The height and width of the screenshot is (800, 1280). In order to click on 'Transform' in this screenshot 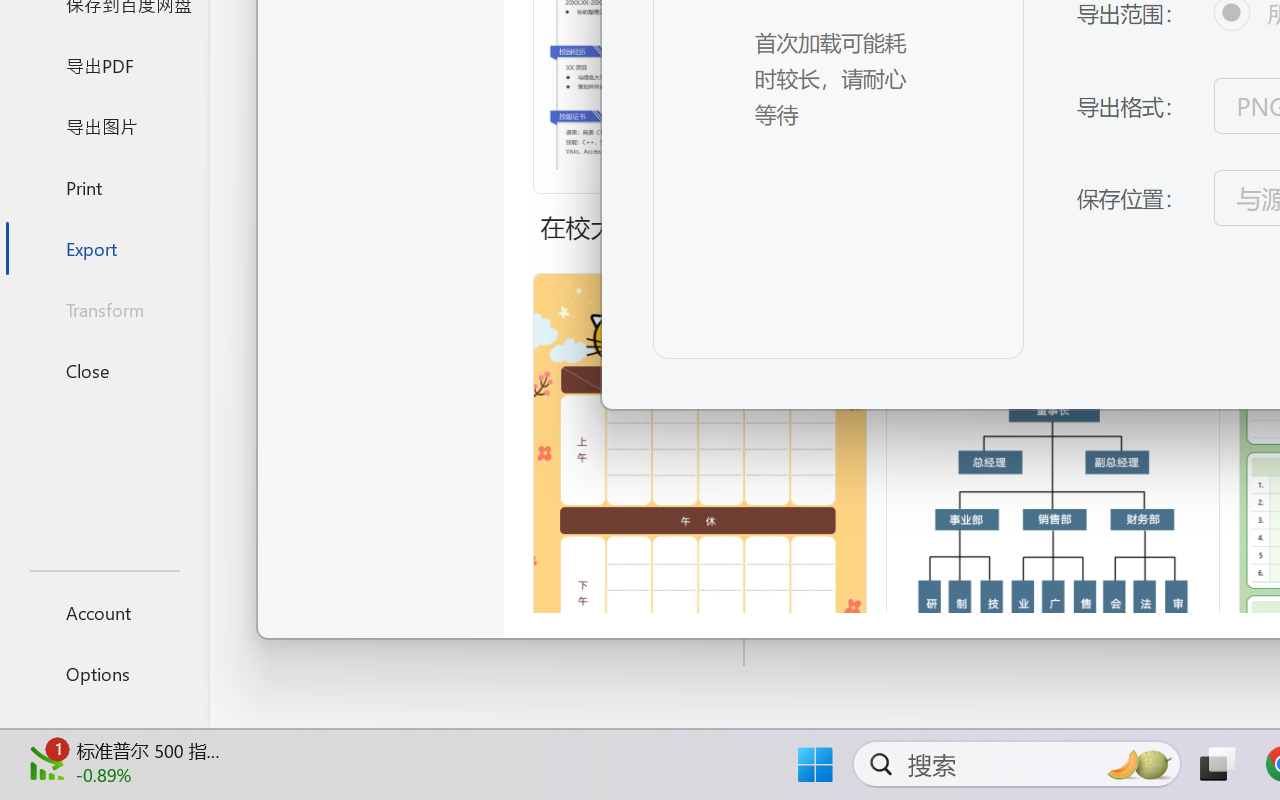, I will do `click(103, 308)`.